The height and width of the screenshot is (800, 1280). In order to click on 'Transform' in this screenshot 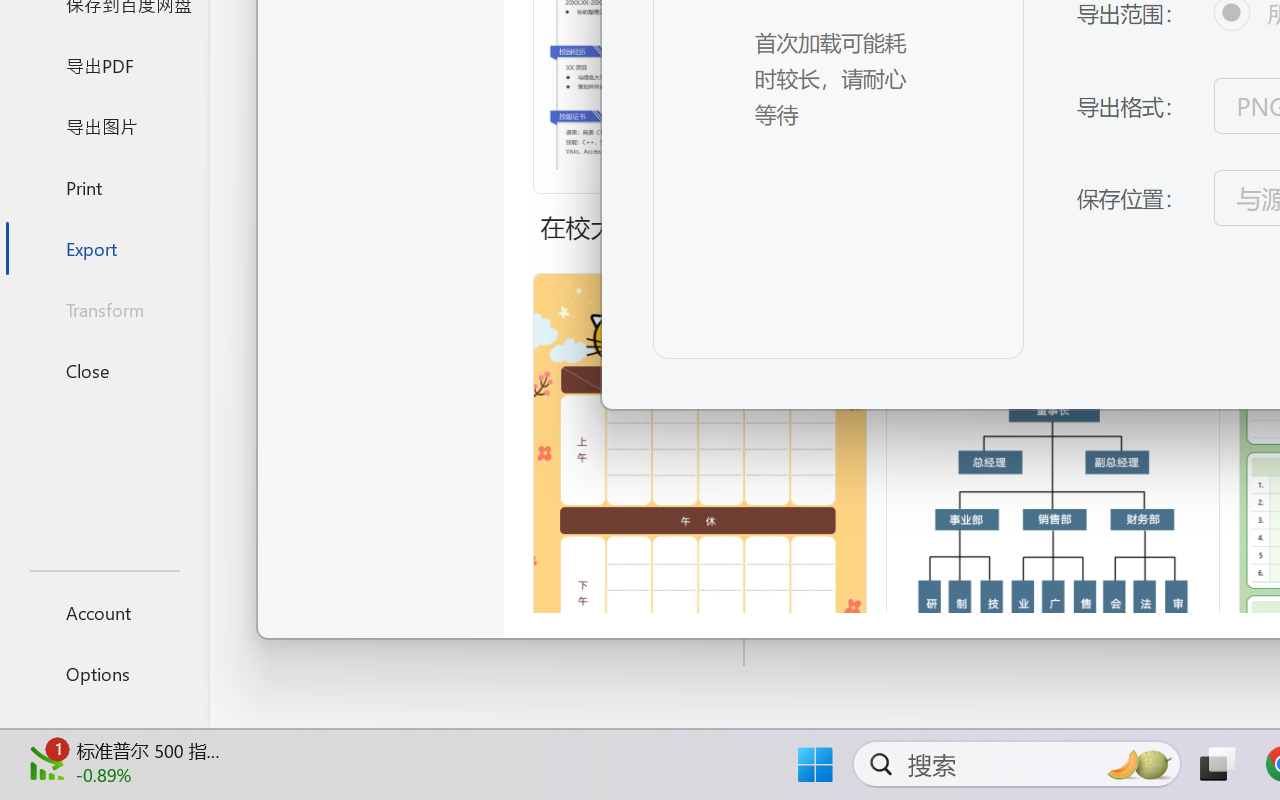, I will do `click(103, 308)`.